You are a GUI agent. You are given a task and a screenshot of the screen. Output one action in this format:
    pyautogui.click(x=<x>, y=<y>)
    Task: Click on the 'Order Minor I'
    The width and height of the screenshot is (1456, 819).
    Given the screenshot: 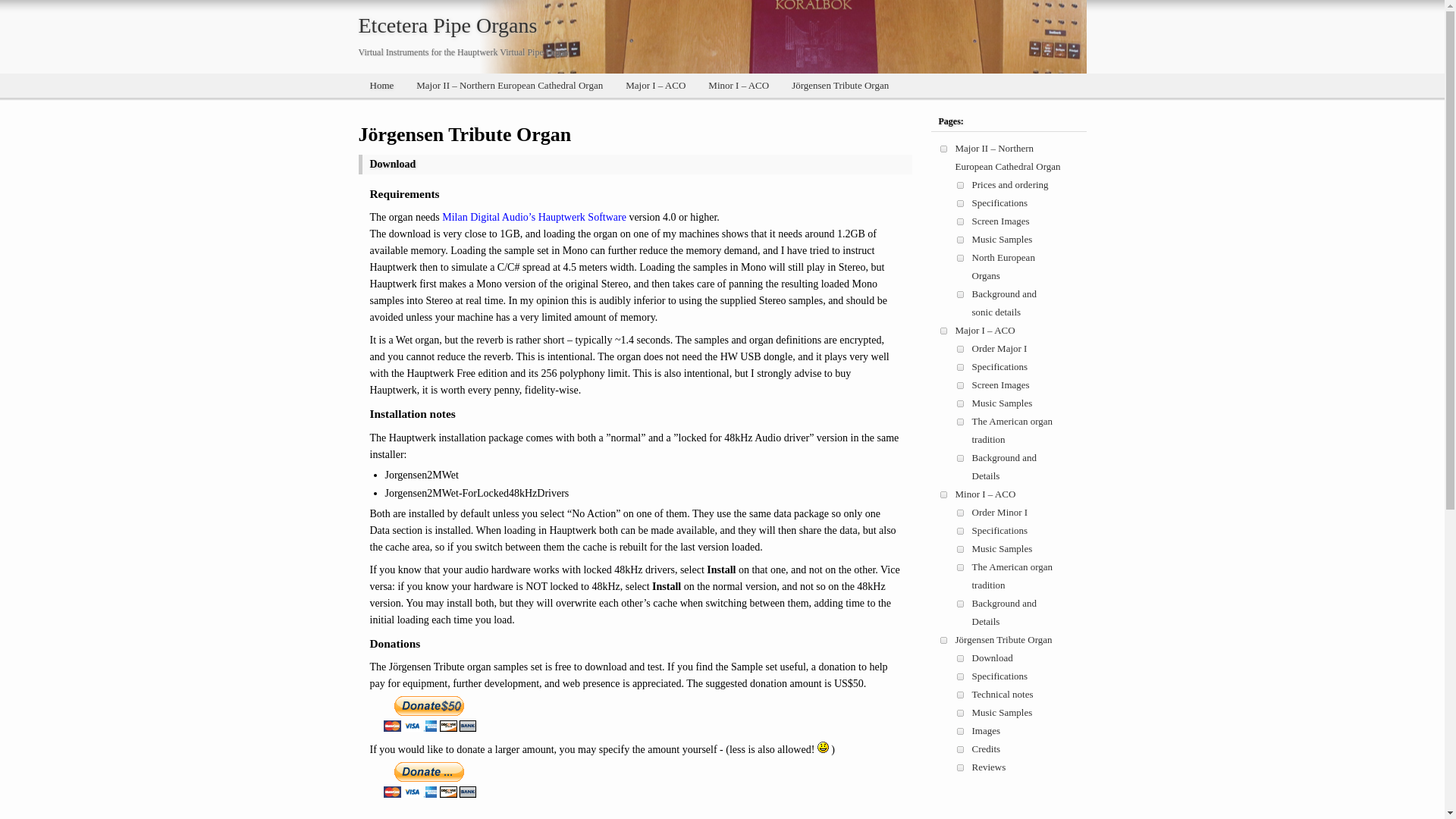 What is the action you would take?
    pyautogui.click(x=1000, y=512)
    